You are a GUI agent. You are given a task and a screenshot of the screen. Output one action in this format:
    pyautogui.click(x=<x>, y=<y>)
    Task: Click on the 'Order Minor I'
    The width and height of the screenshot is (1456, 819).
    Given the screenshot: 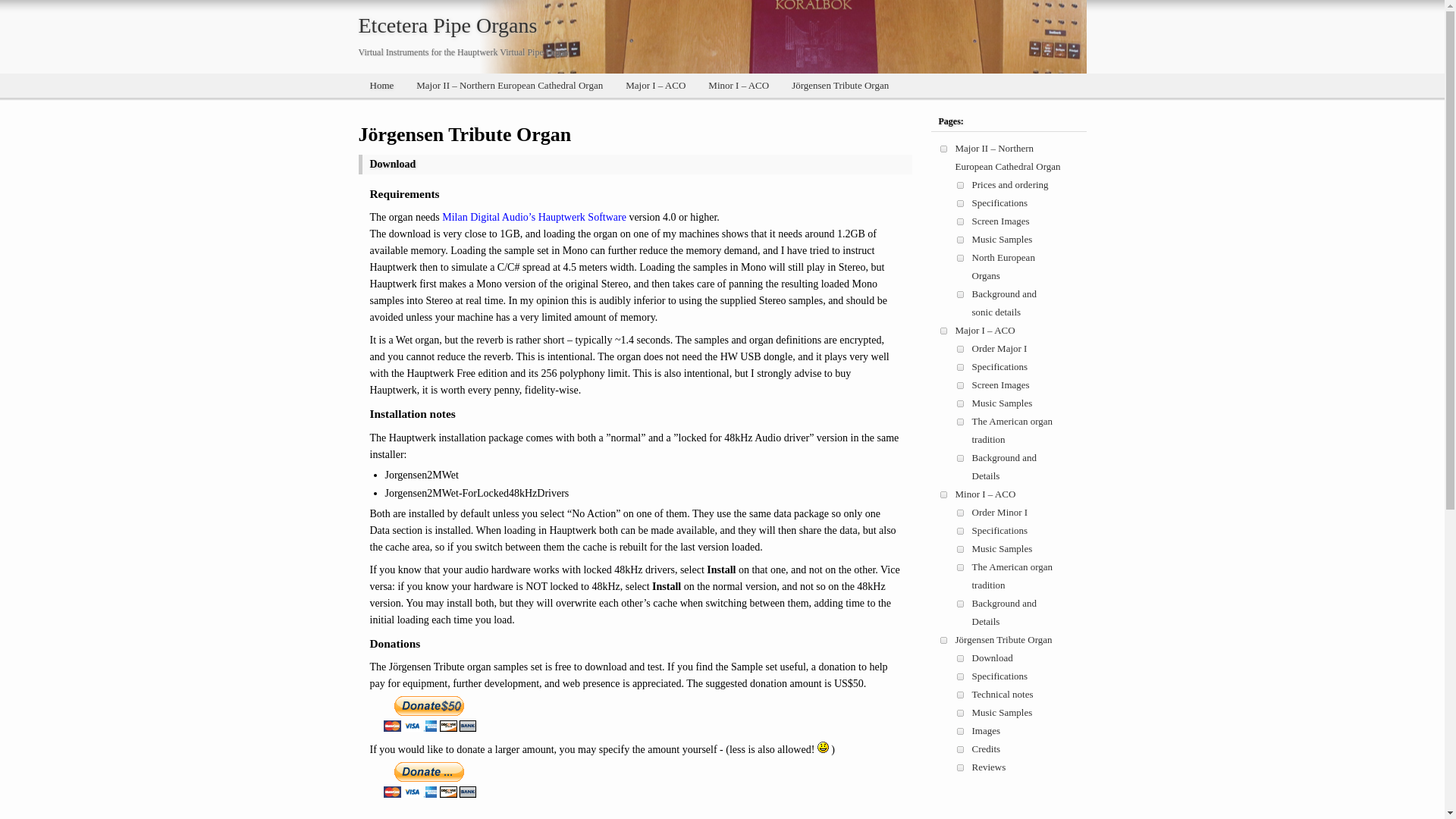 What is the action you would take?
    pyautogui.click(x=1000, y=512)
    